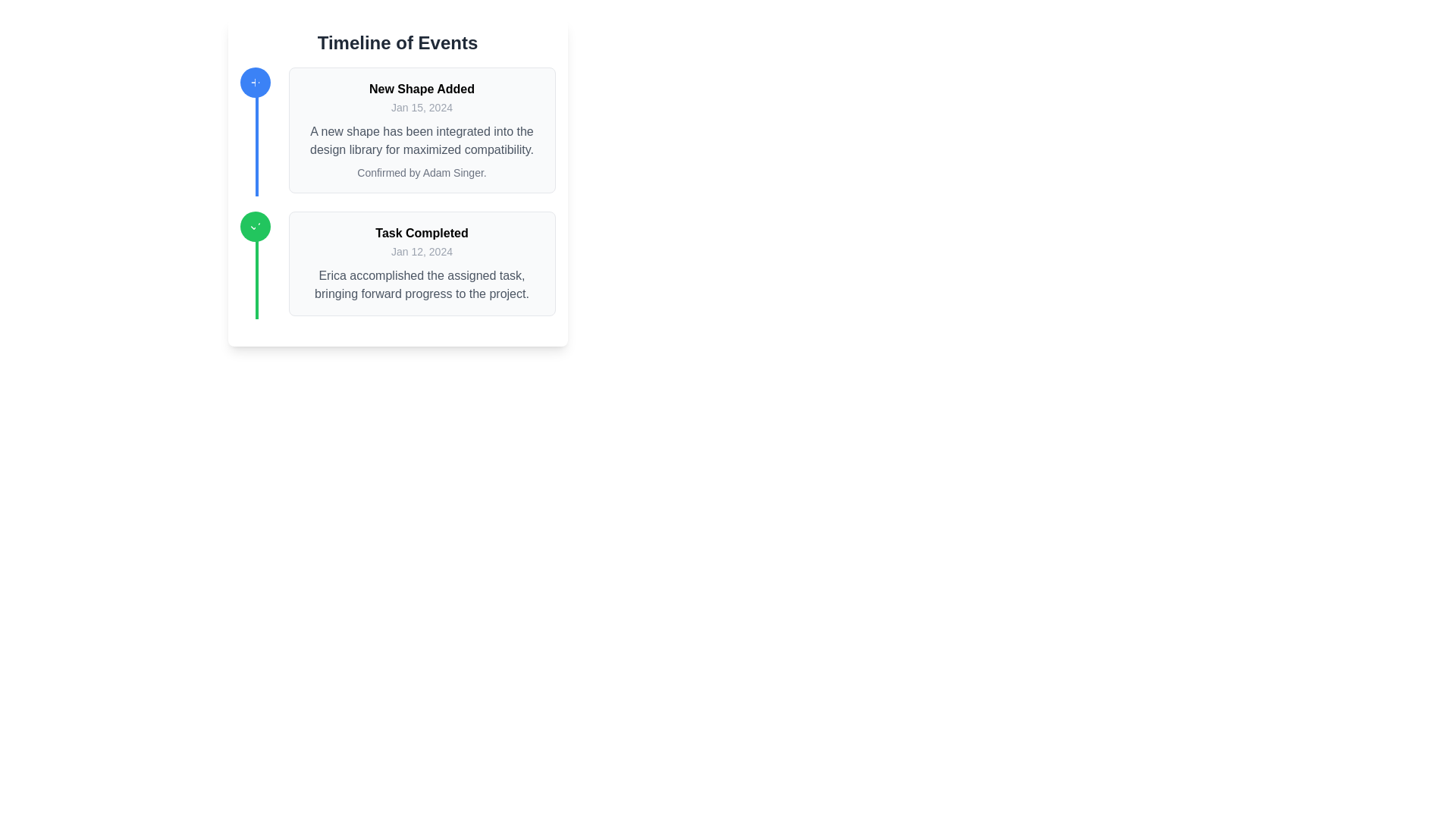 The height and width of the screenshot is (819, 1456). Describe the element at coordinates (397, 42) in the screenshot. I see `heading text element located at the top of the panel, which serves as the title for the events listed below` at that location.